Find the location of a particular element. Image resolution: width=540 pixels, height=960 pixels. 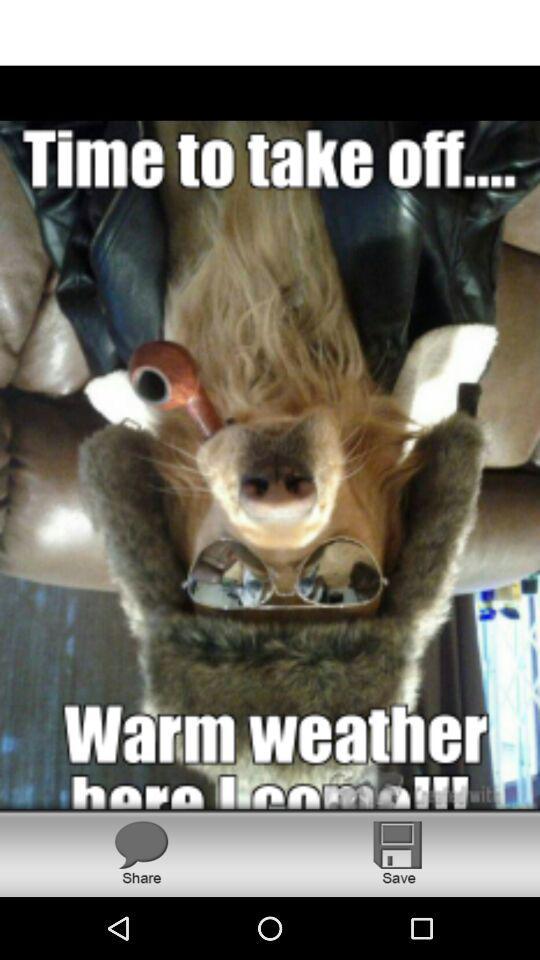

share the picture is located at coordinates (140, 851).